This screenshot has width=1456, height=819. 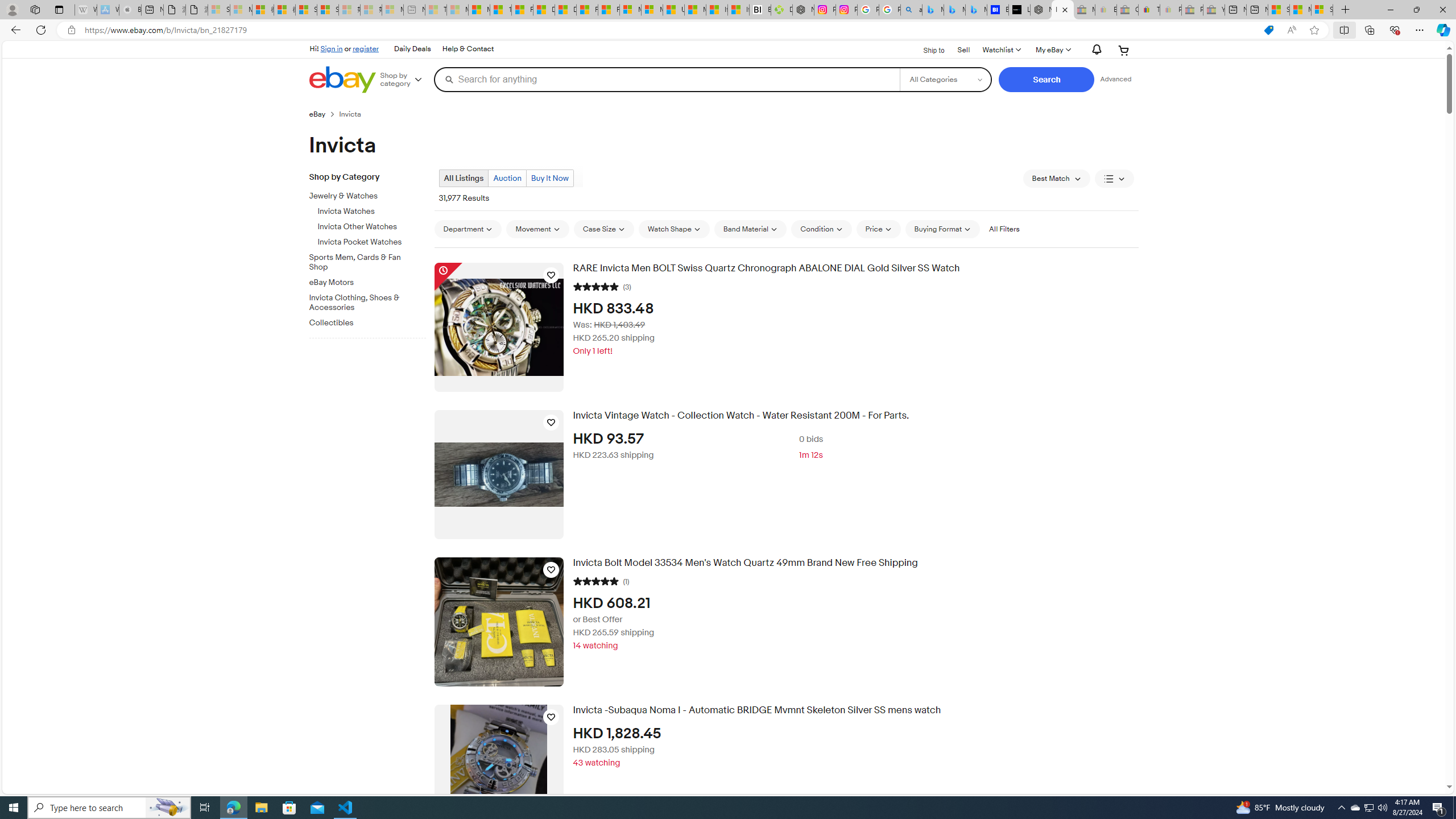 I want to click on 'Case Size', so click(x=603, y=229).